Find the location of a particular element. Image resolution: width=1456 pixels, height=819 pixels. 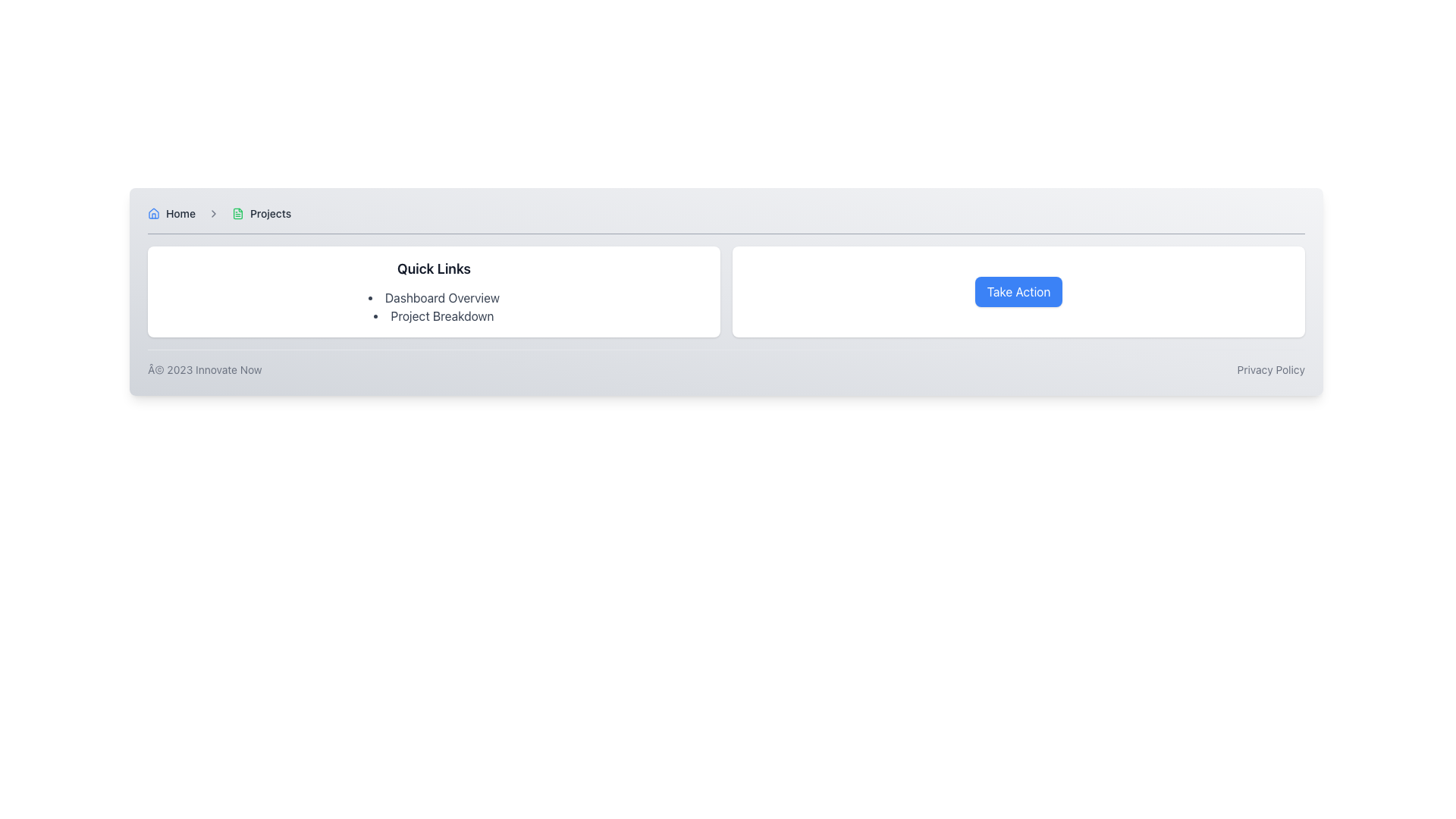

the first item in the text-based list that serves as a navigation link to the 'Dashboard Overview' page to potentially see additional information is located at coordinates (433, 298).